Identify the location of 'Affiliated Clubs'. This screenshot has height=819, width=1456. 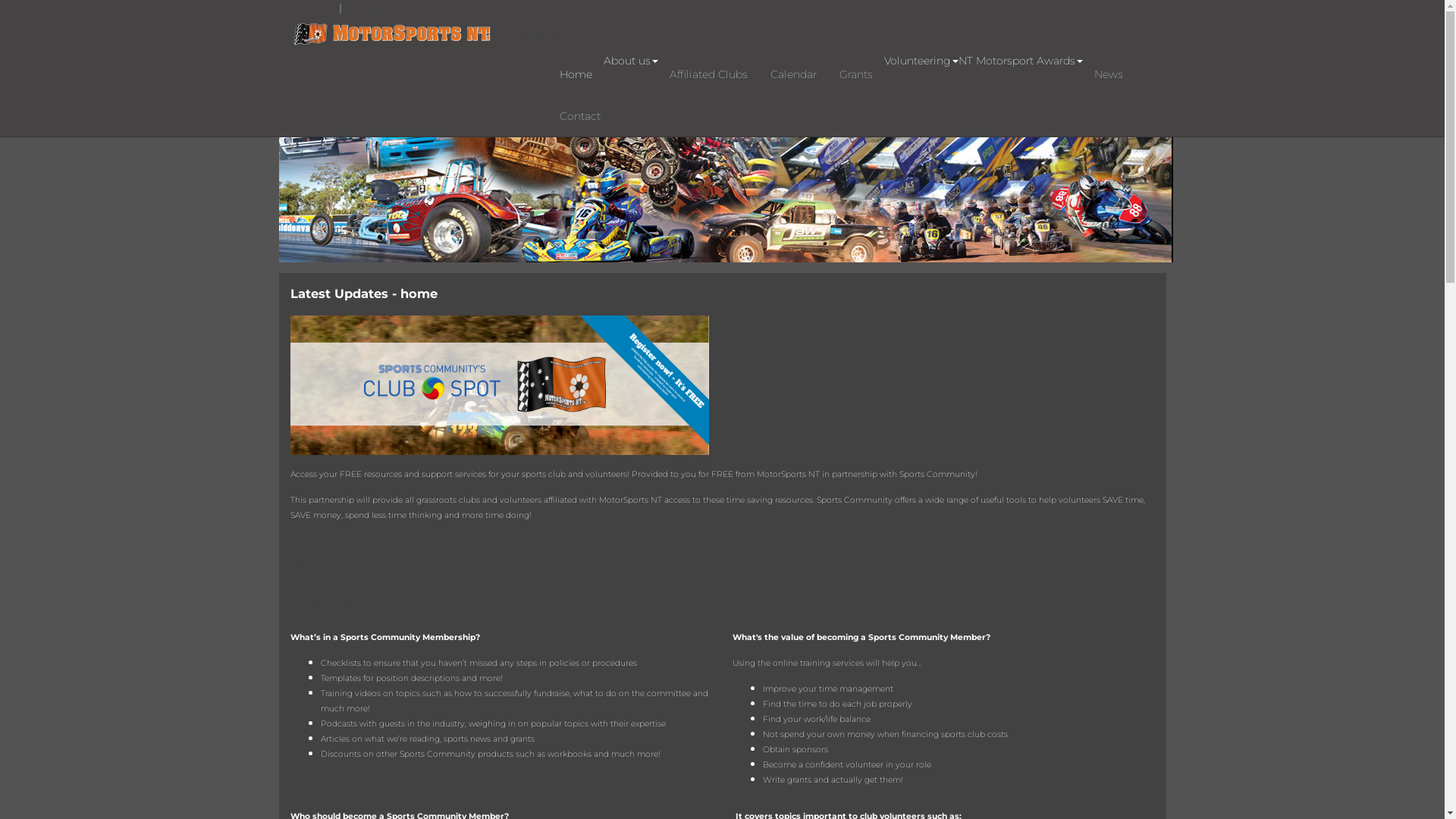
(708, 74).